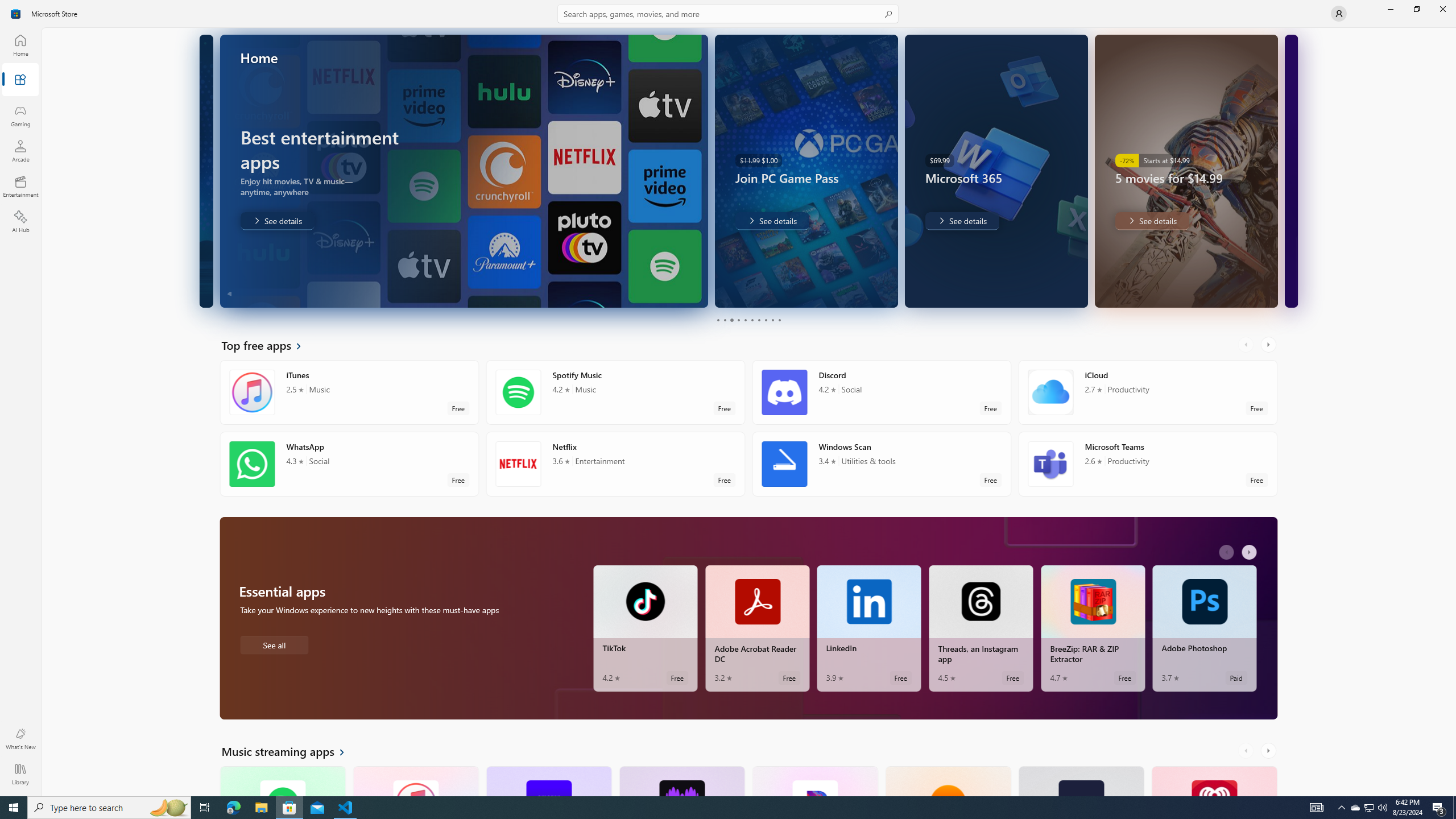  I want to click on 'Page 2', so click(723, 320).